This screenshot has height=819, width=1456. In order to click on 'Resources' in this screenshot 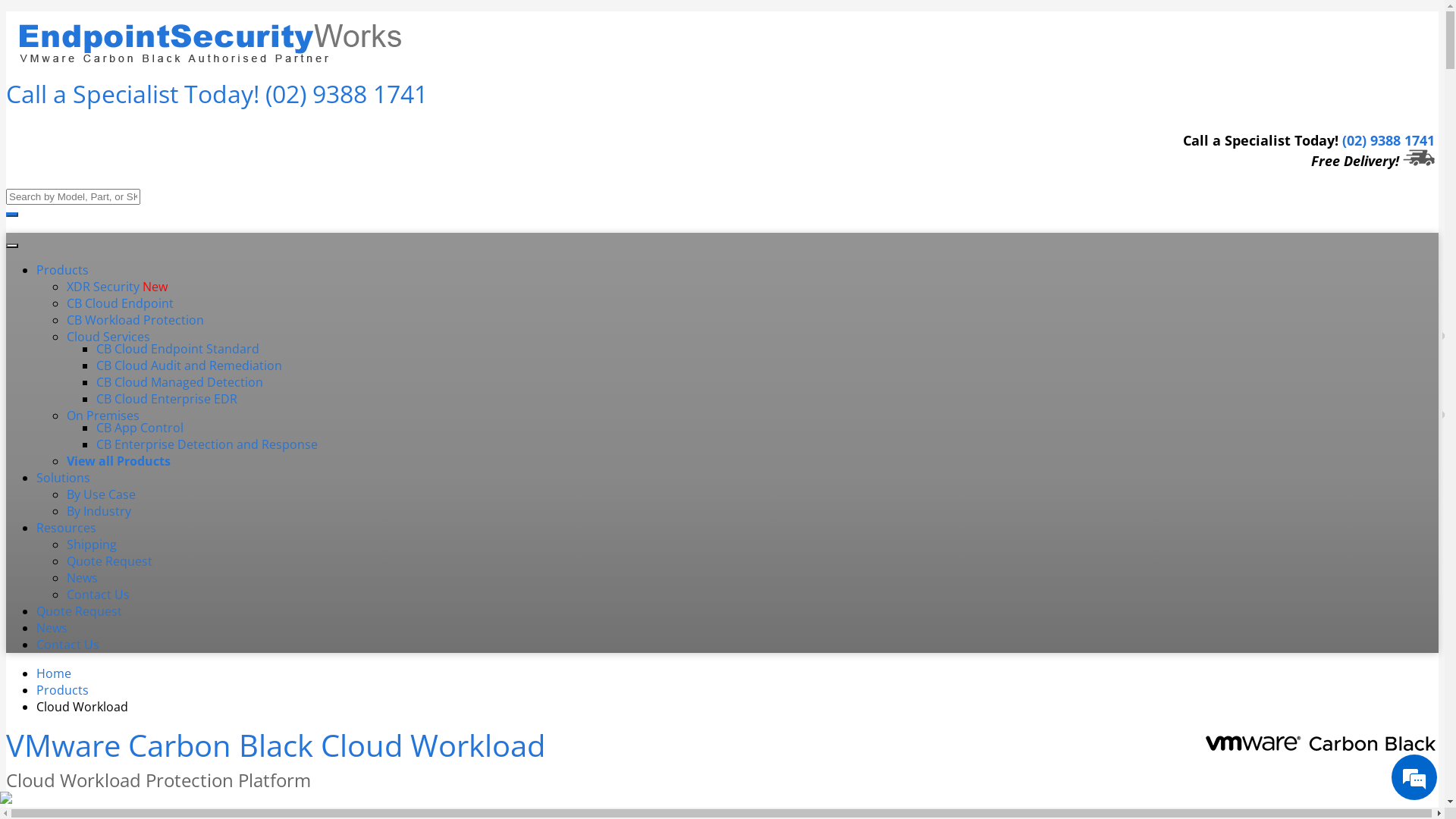, I will do `click(65, 526)`.